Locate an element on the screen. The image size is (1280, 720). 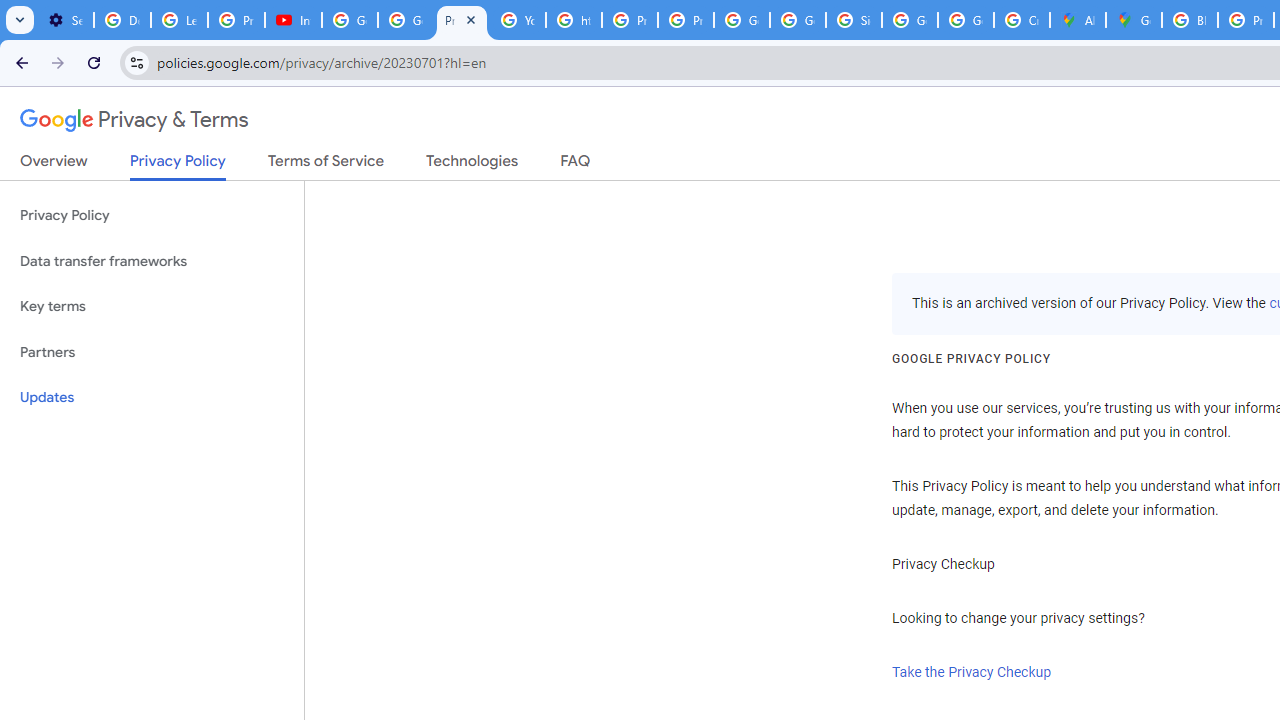
'Key terms' is located at coordinates (151, 306).